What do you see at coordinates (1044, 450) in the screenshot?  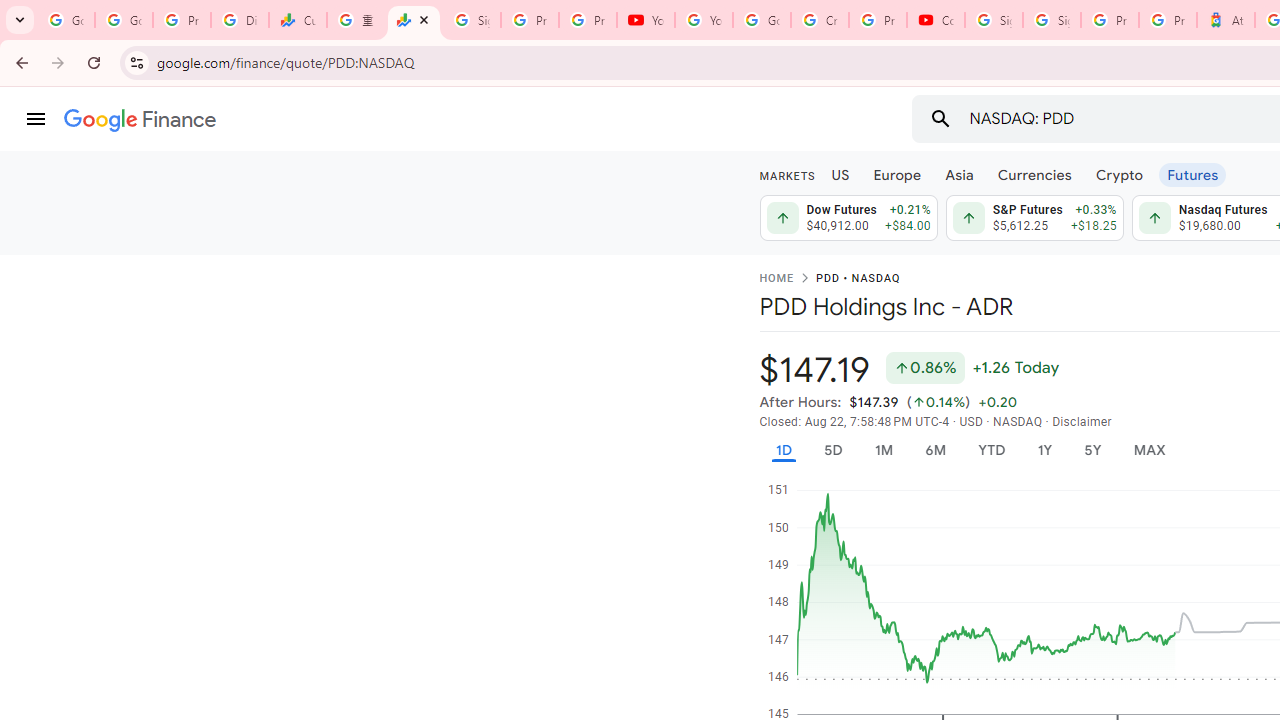 I see `'1Y'` at bounding box center [1044, 450].